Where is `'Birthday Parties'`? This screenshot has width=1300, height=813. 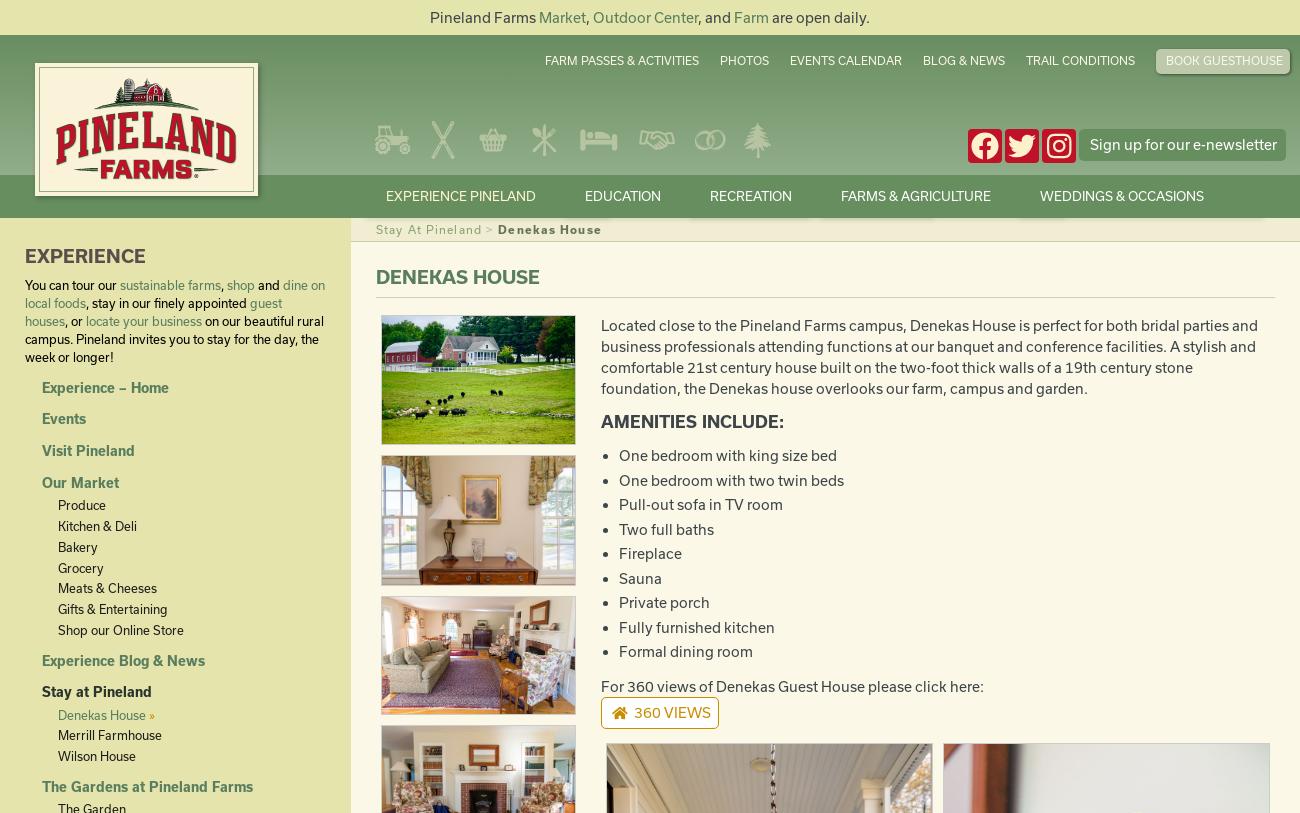
'Birthday Parties' is located at coordinates (635, 463).